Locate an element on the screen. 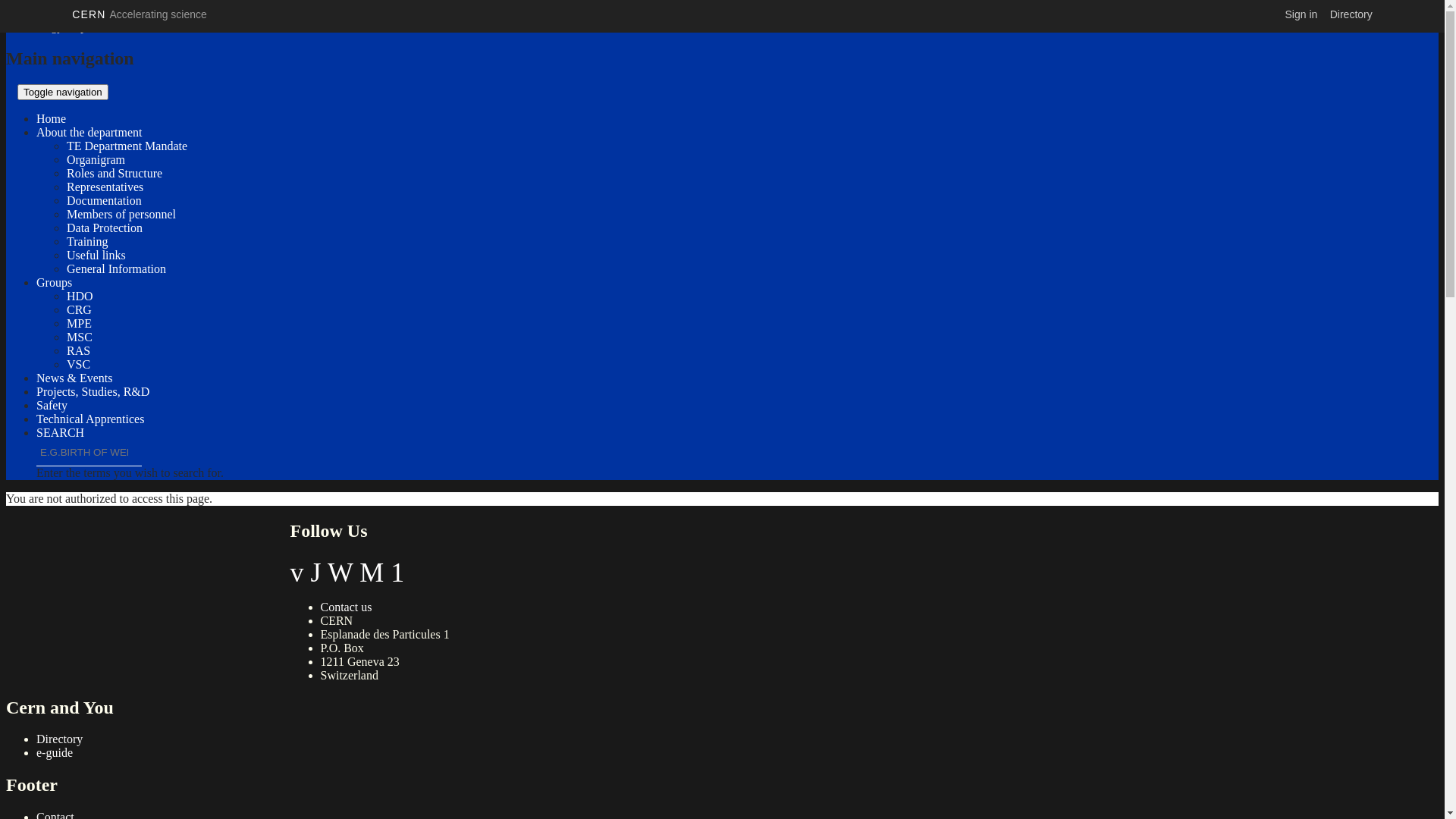 The width and height of the screenshot is (1456, 819). 'e-guide' is located at coordinates (55, 752).